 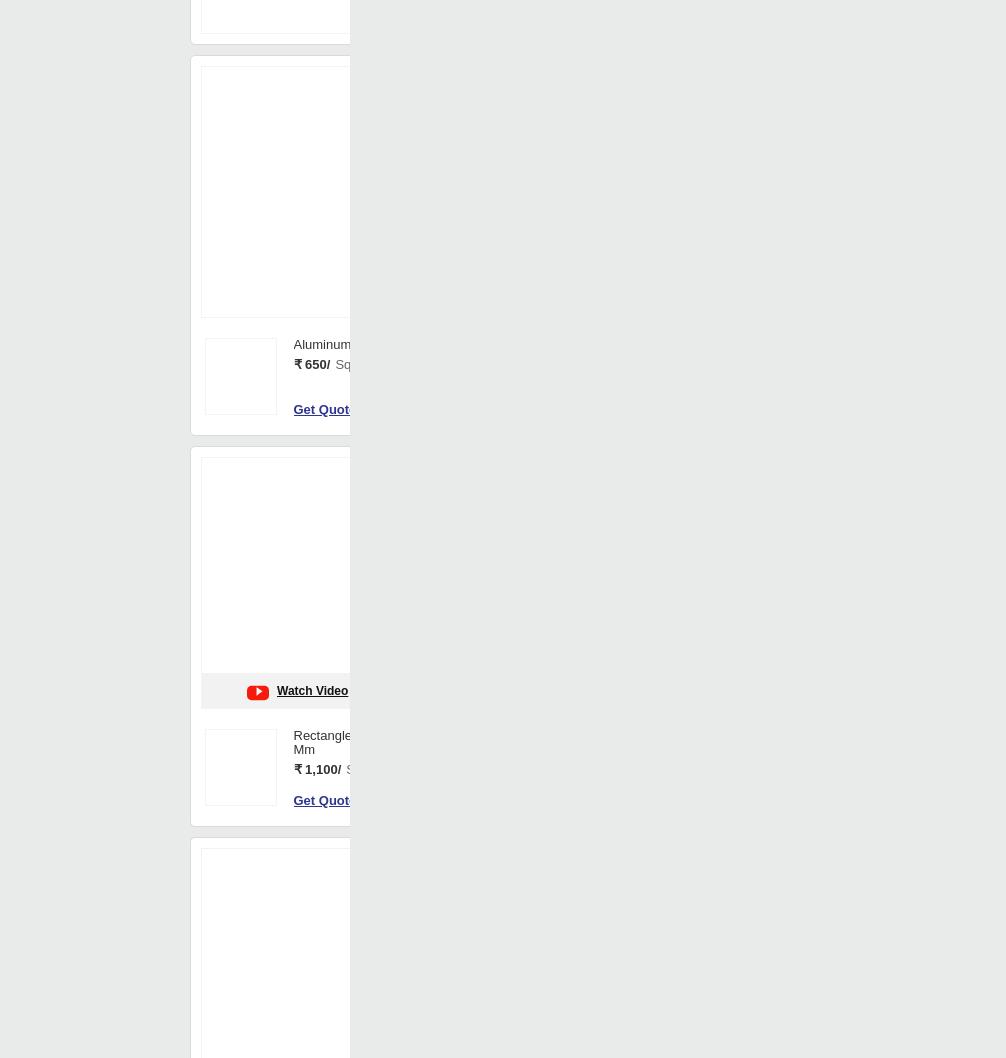 I want to click on ':  240 V', so click(x=540, y=135).